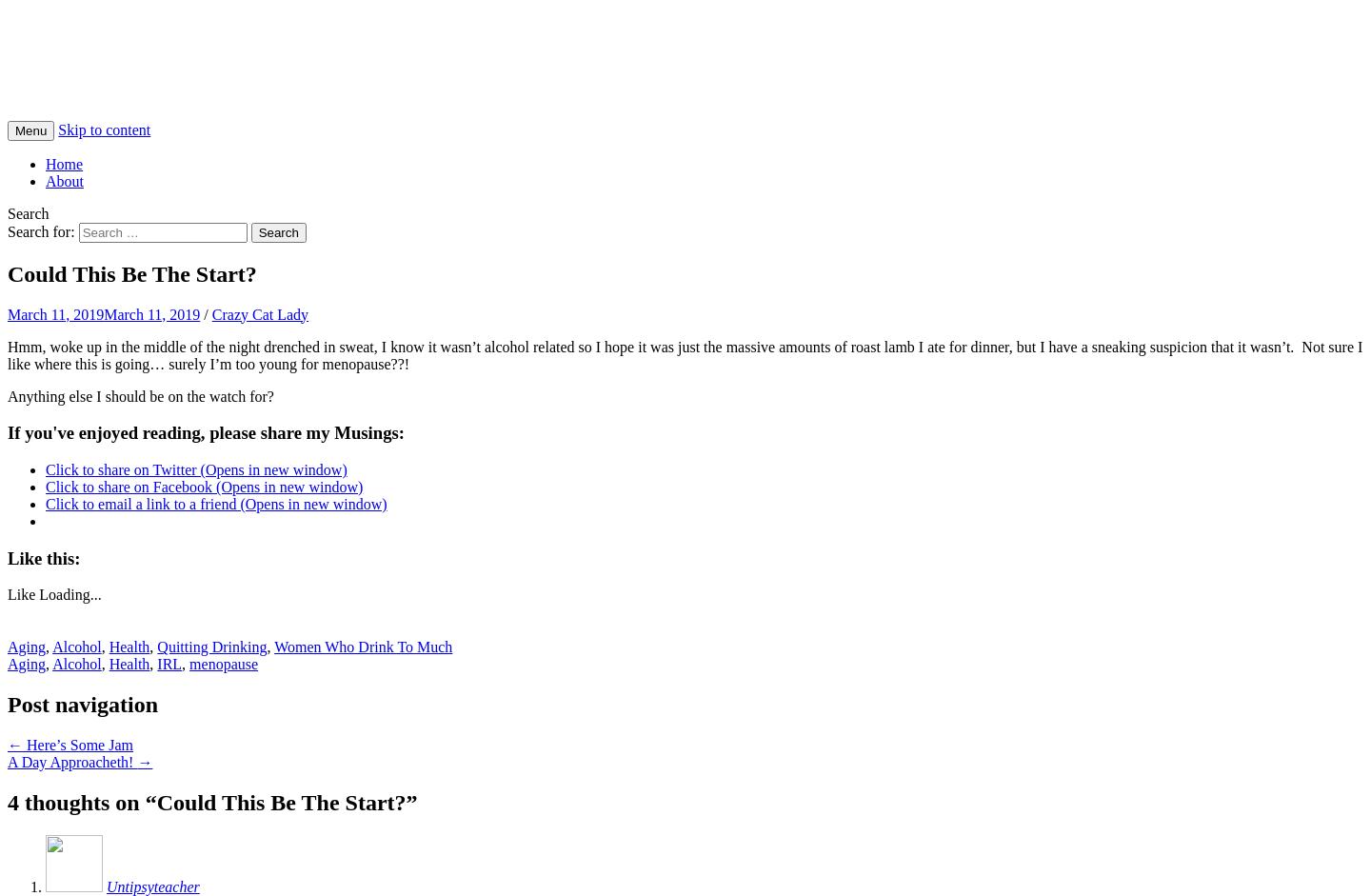 The width and height of the screenshot is (1371, 896). What do you see at coordinates (196, 468) in the screenshot?
I see `'Click to share on Twitter (Opens in new window)'` at bounding box center [196, 468].